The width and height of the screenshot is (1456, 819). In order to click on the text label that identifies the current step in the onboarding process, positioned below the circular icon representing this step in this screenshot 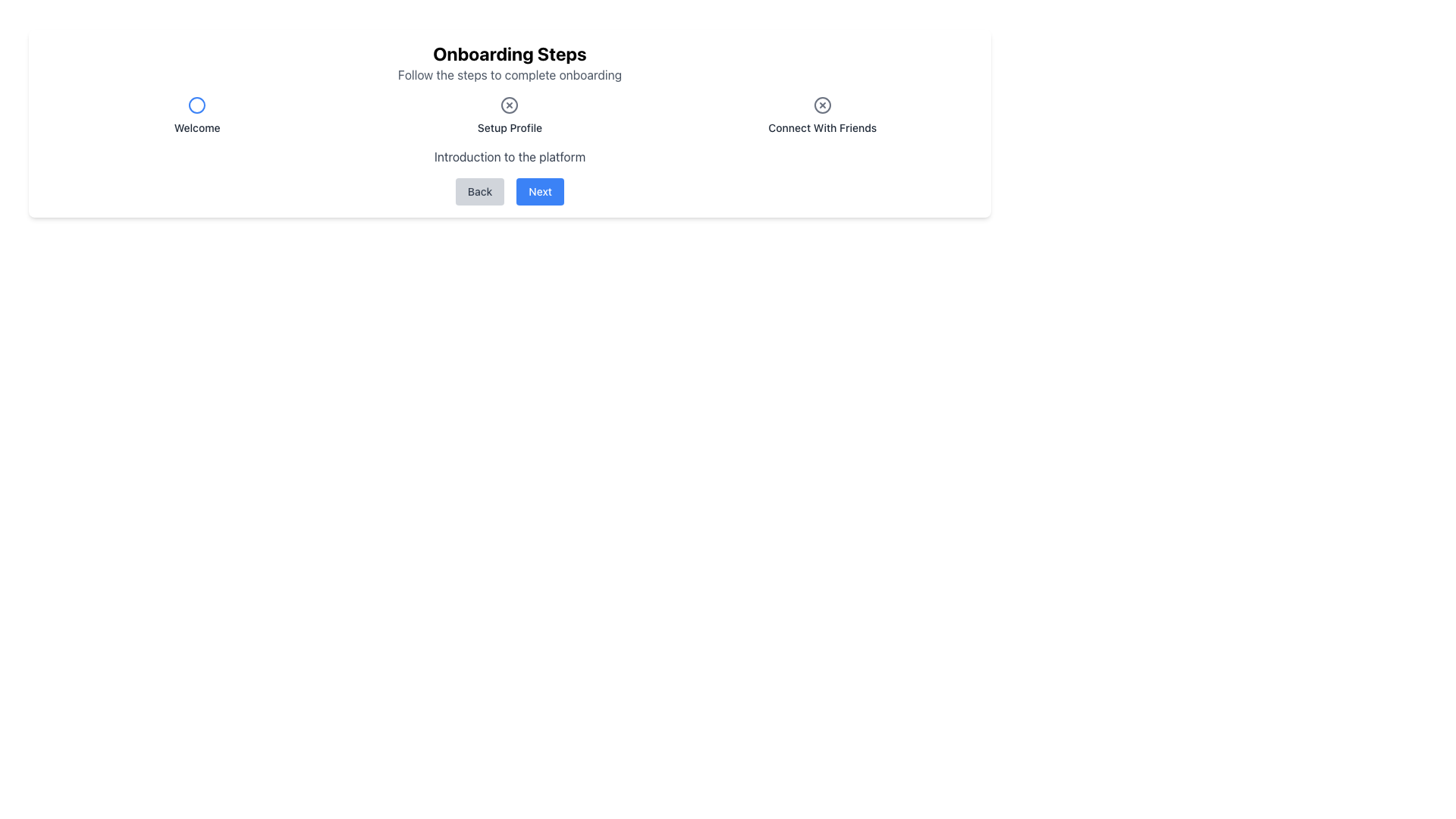, I will do `click(510, 127)`.